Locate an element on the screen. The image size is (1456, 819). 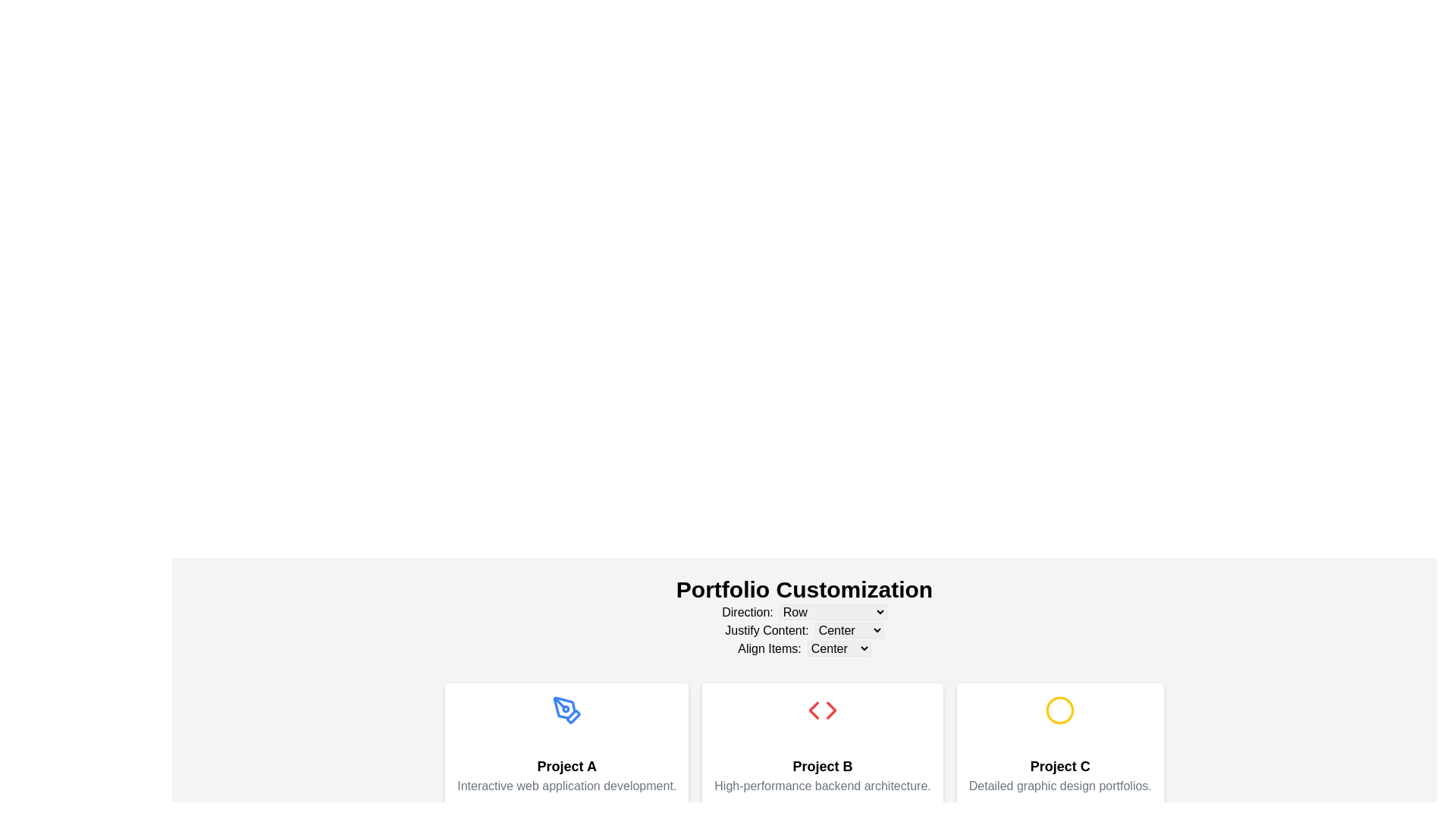
the decorative icon associated with 'Project C', positioned at the top of the card above the text content is located at coordinates (1059, 718).